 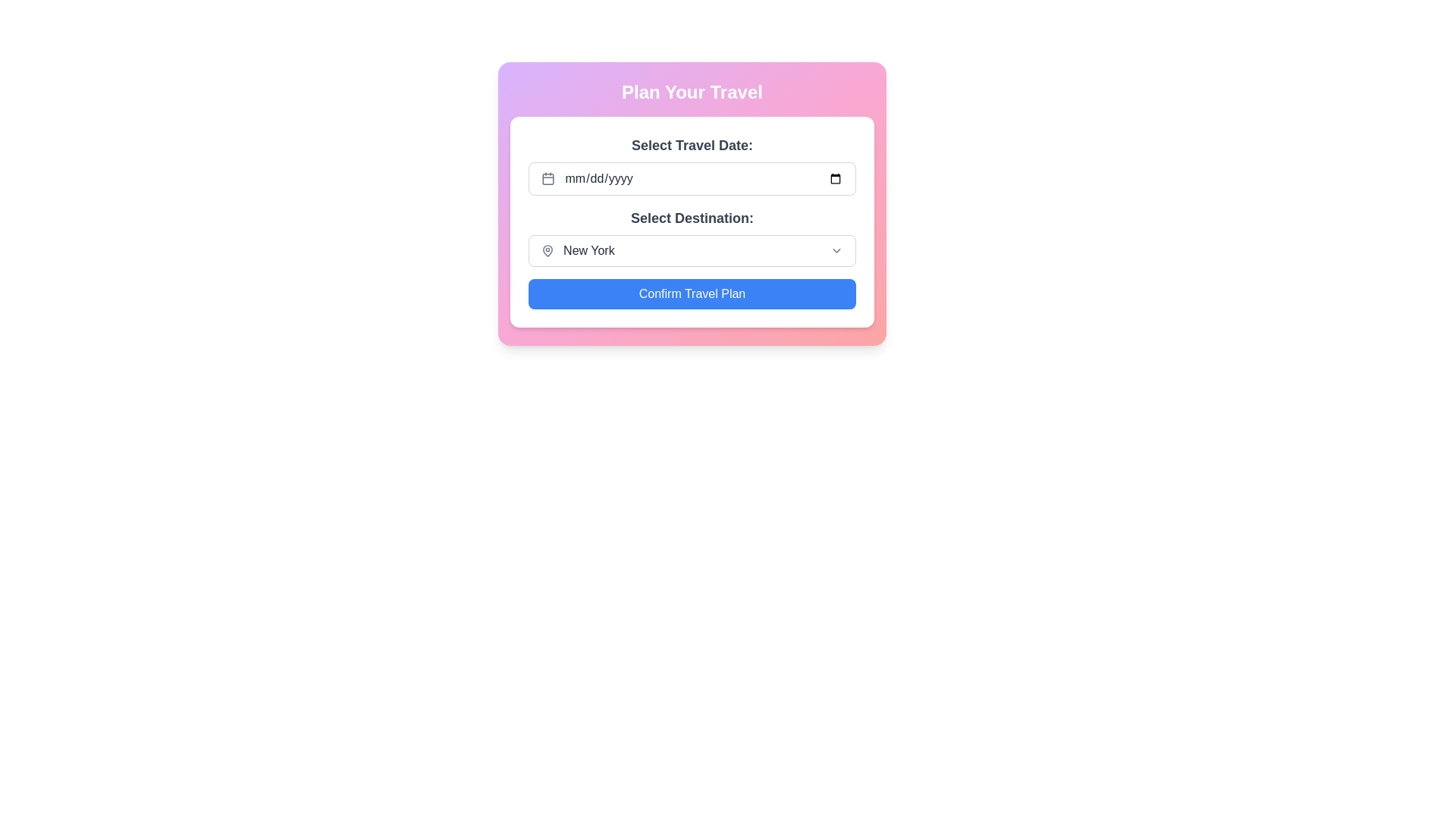 I want to click on the dropdown menu for selecting a travel destination, located beneath the 'Select Destination:' title and above the 'Confirm Travel Plan' button, so click(x=691, y=250).